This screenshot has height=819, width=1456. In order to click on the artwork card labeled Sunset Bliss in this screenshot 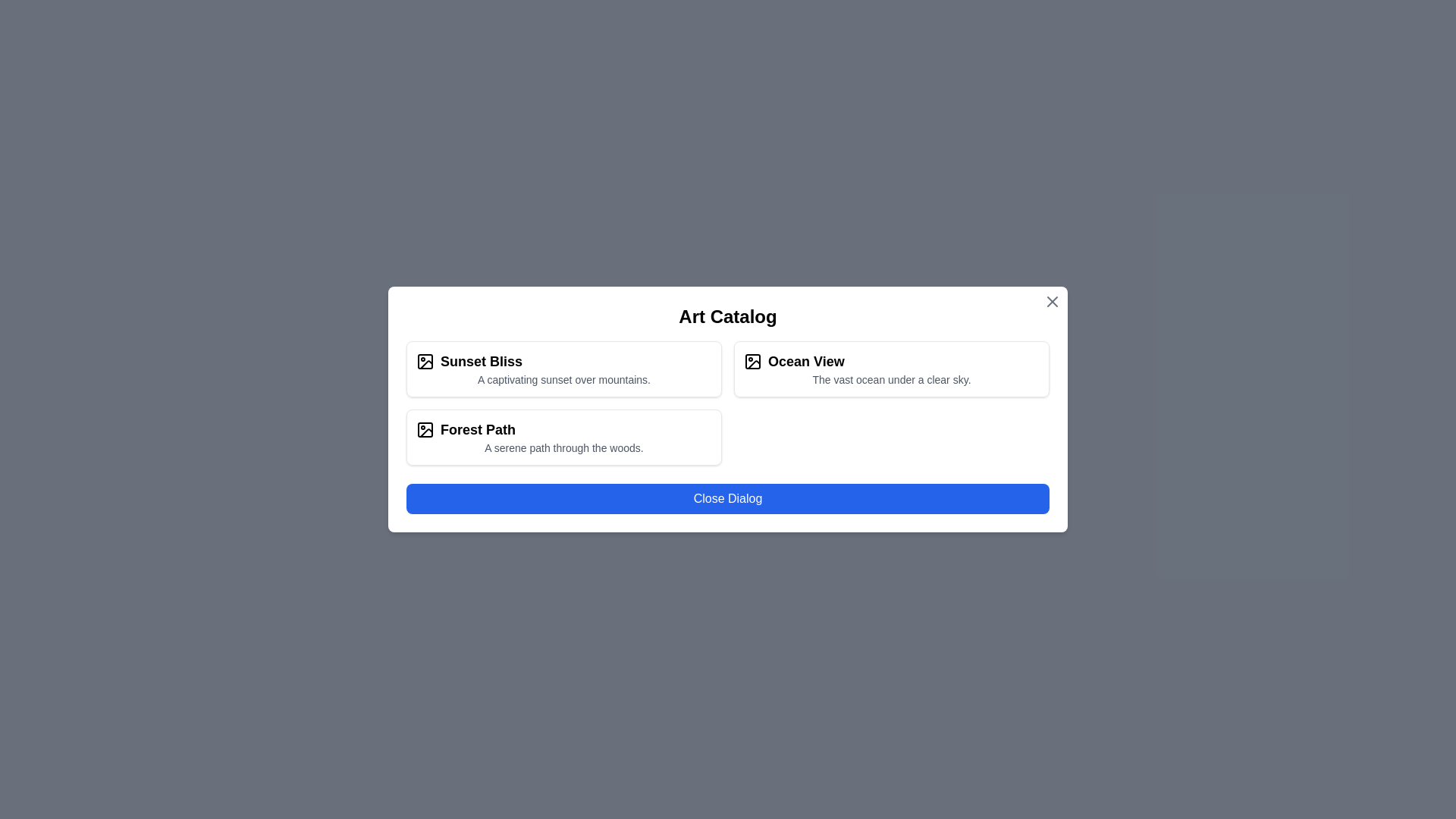, I will do `click(563, 369)`.